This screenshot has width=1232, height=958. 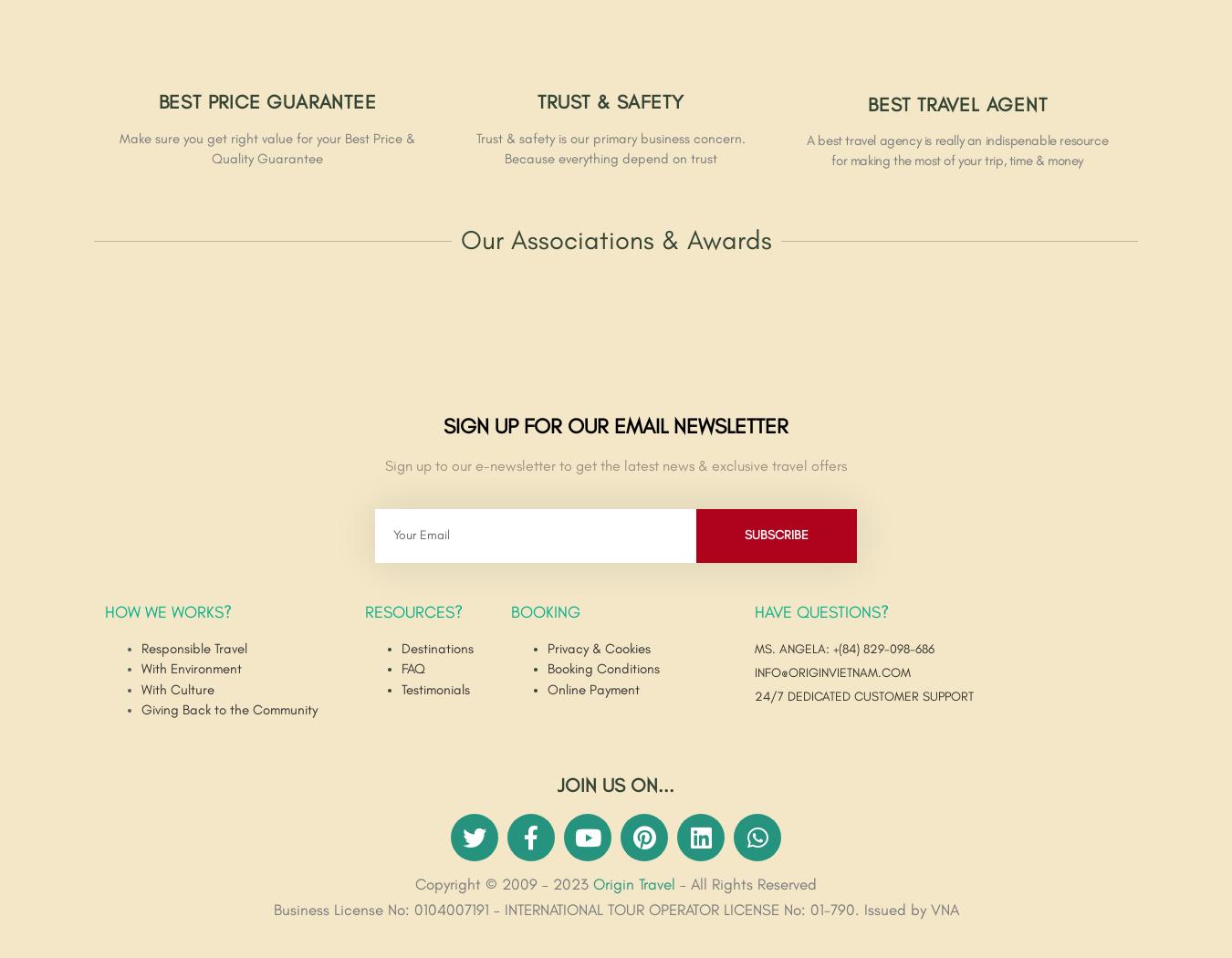 I want to click on '24/7 DEDICATED CUSTOMER SUPPORT', so click(x=863, y=695).